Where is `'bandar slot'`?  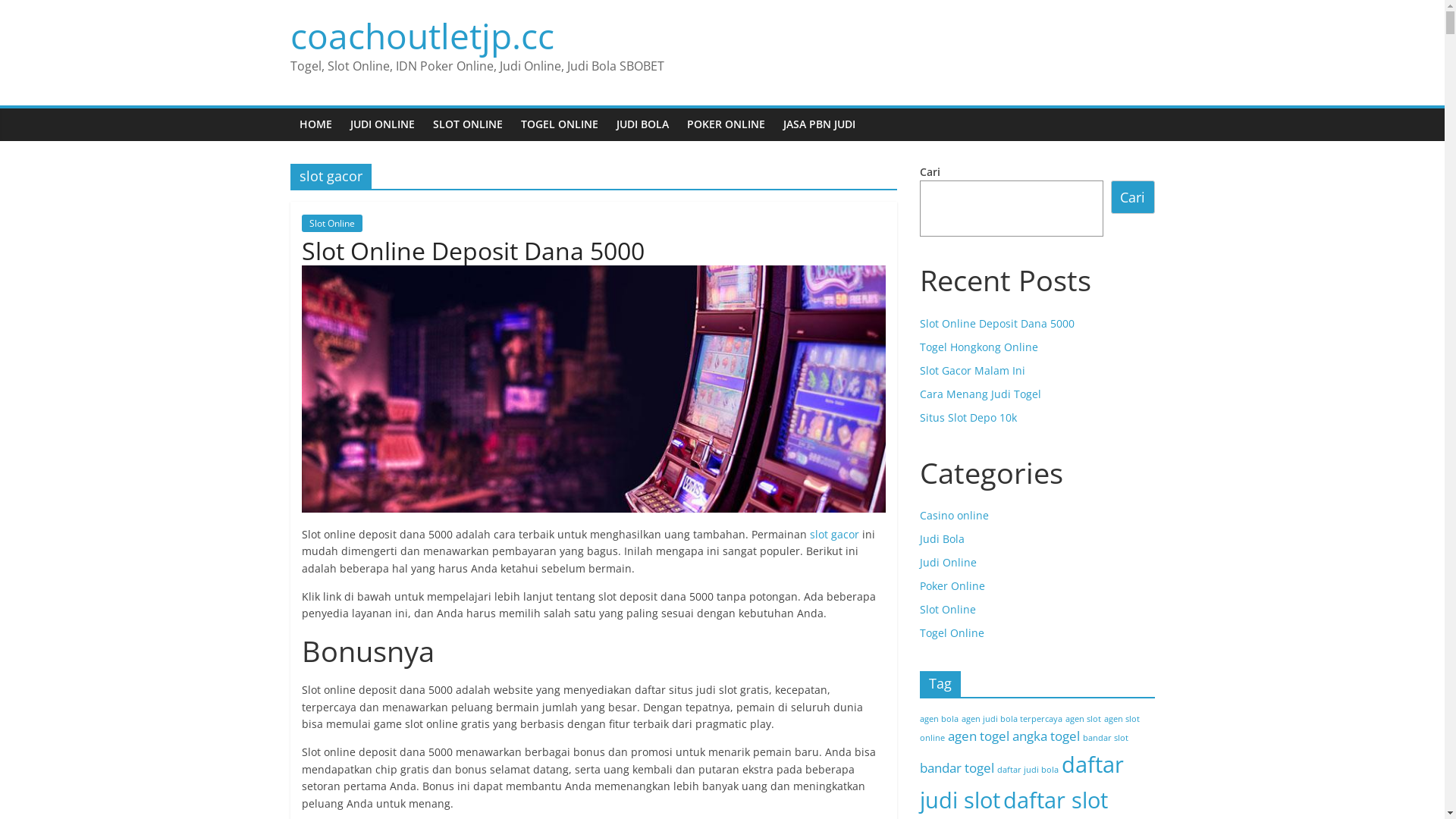
'bandar slot' is located at coordinates (1106, 736).